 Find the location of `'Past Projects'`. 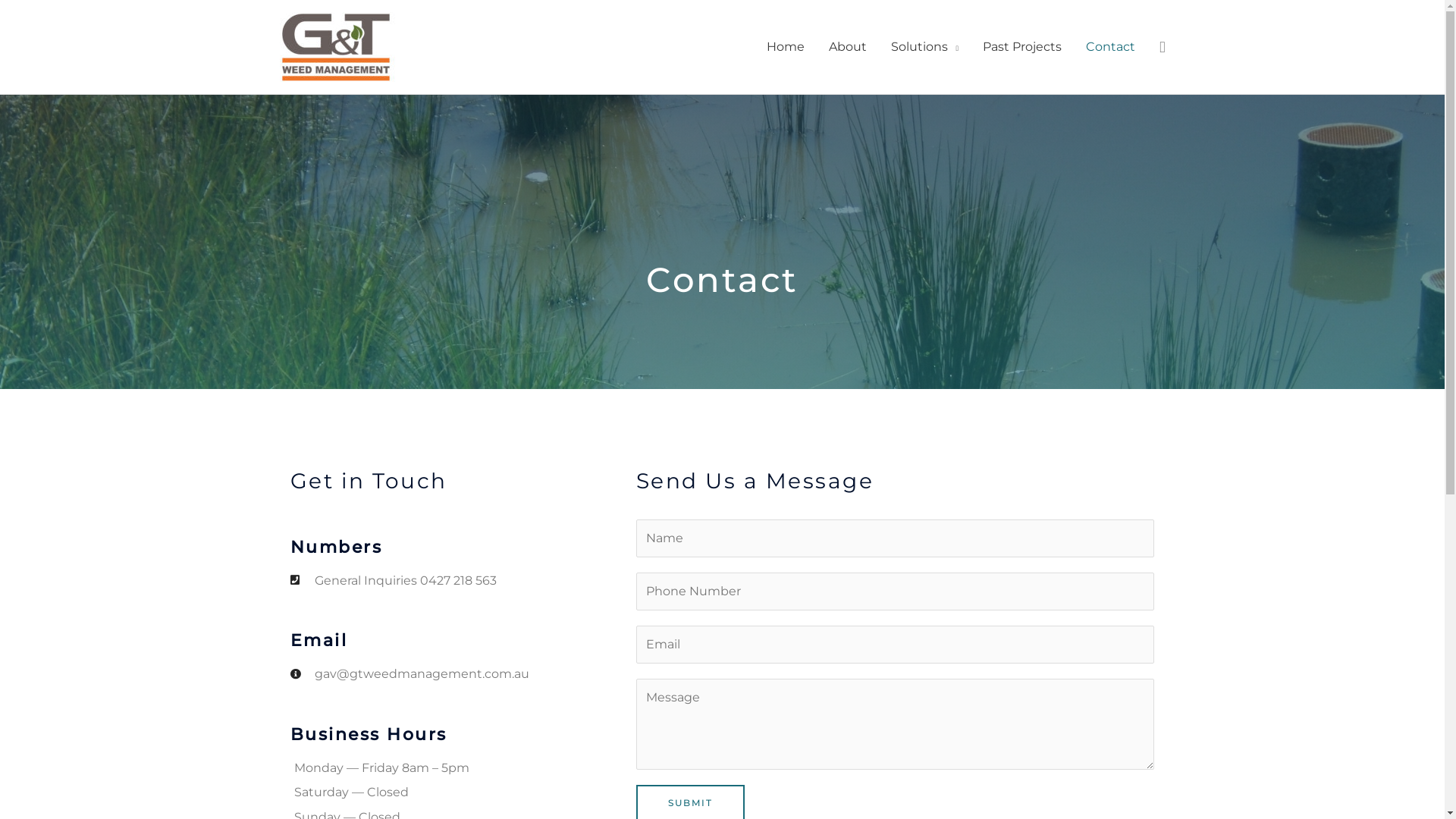

'Past Projects' is located at coordinates (1022, 45).